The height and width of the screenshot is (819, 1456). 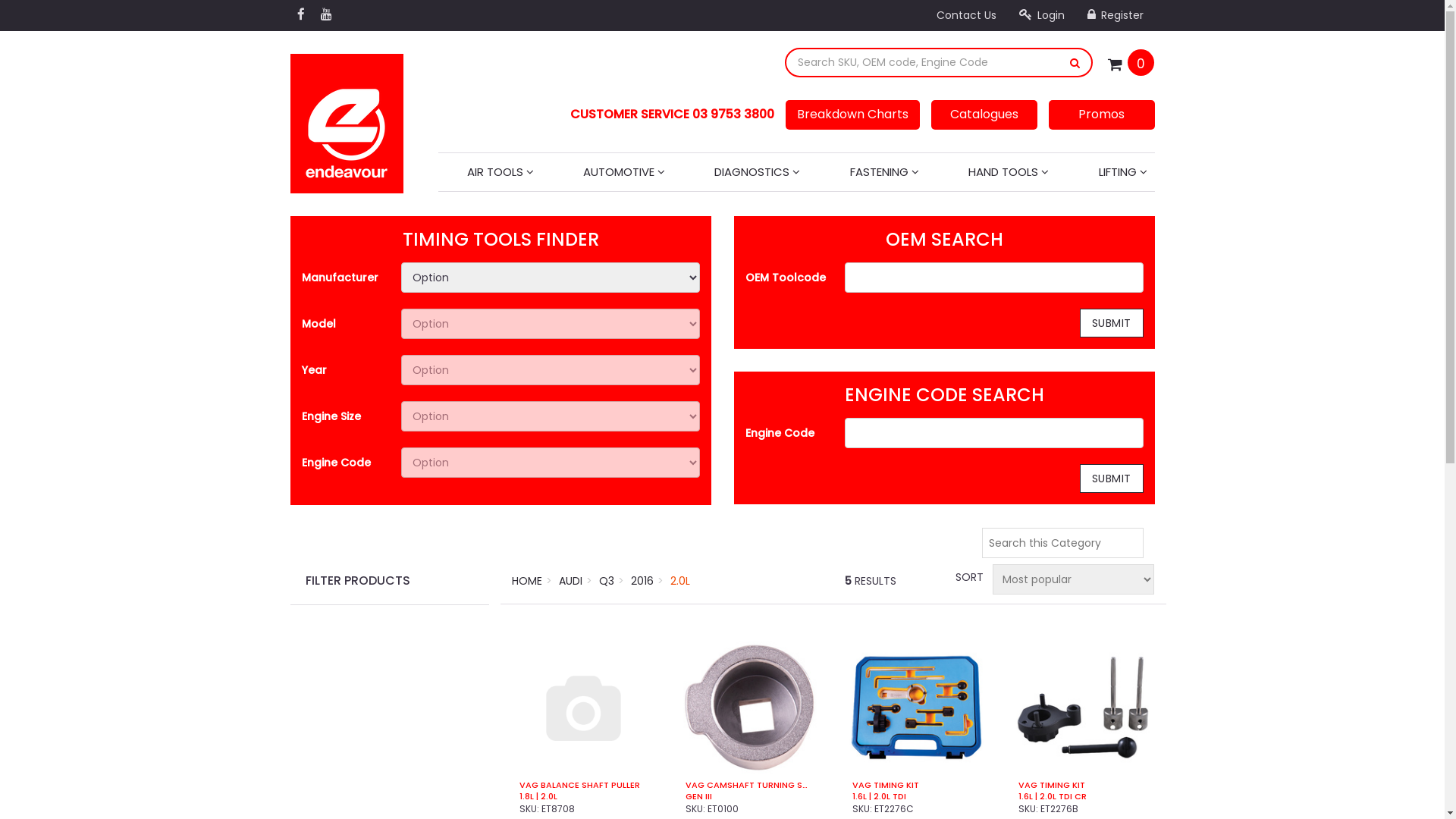 I want to click on '0', so click(x=1141, y=61).